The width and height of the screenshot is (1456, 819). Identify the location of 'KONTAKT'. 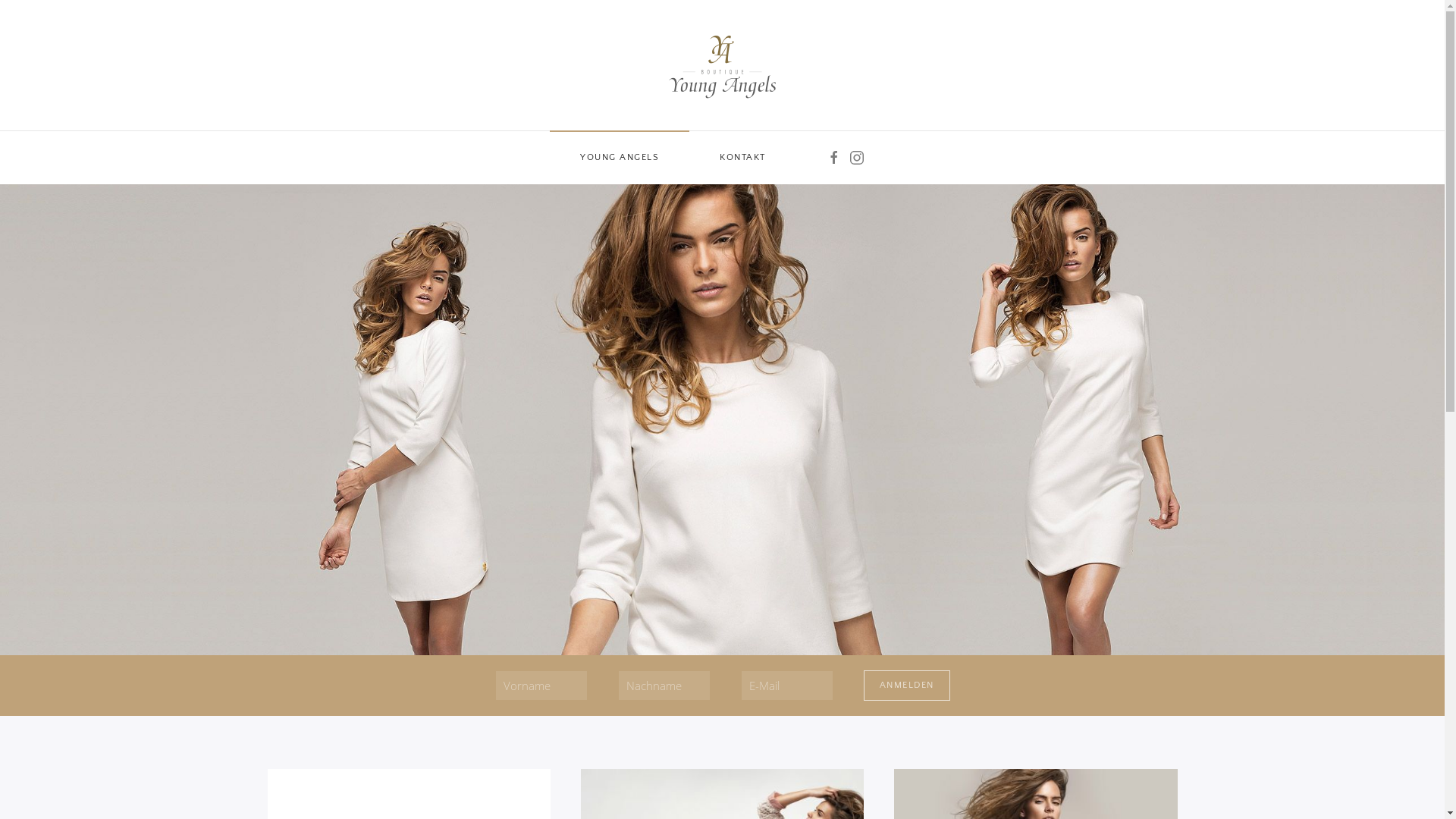
(742, 158).